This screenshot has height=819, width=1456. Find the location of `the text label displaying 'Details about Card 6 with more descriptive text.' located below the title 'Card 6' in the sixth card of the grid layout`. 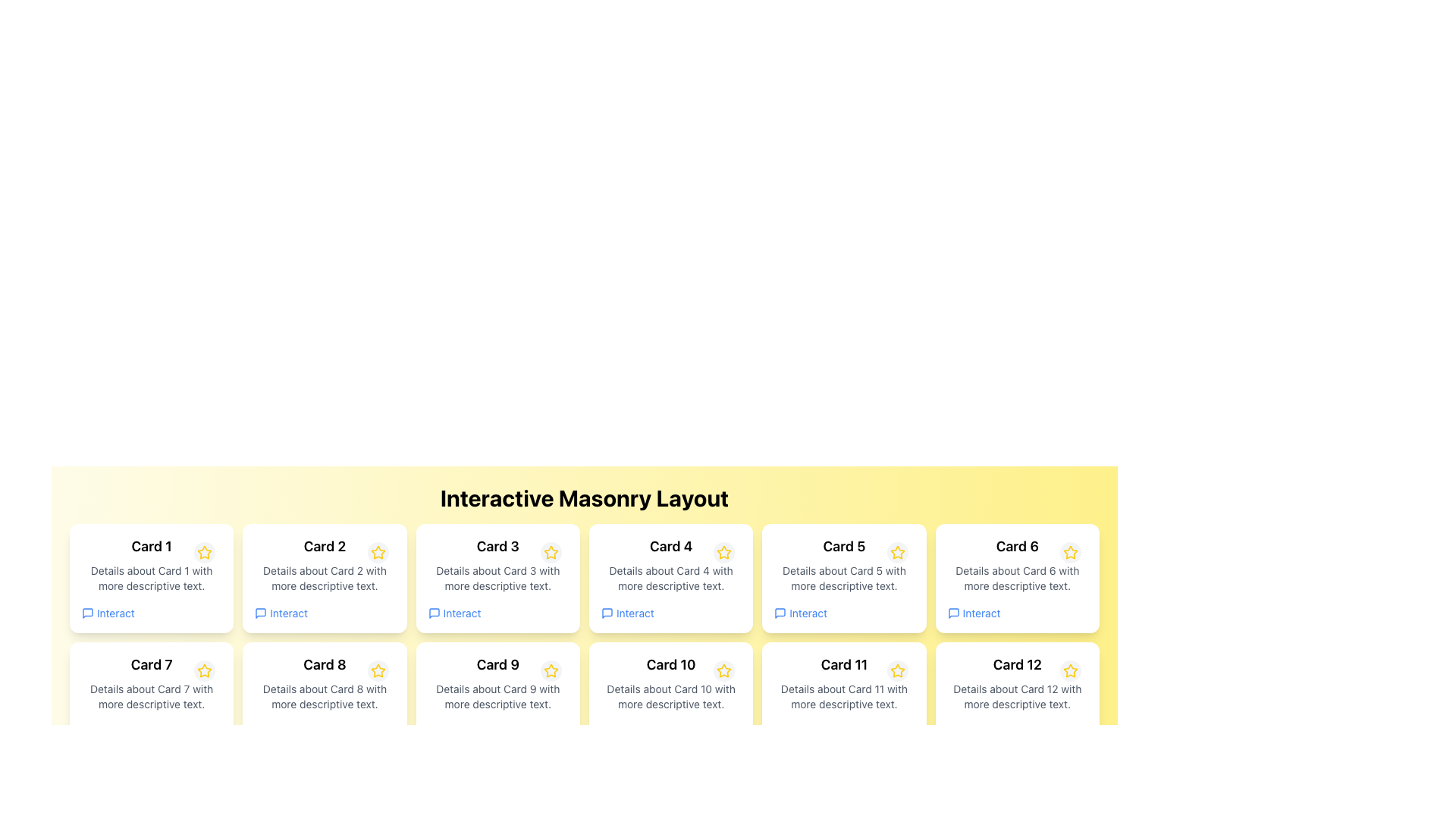

the text label displaying 'Details about Card 6 with more descriptive text.' located below the title 'Card 6' in the sixth card of the grid layout is located at coordinates (1017, 579).